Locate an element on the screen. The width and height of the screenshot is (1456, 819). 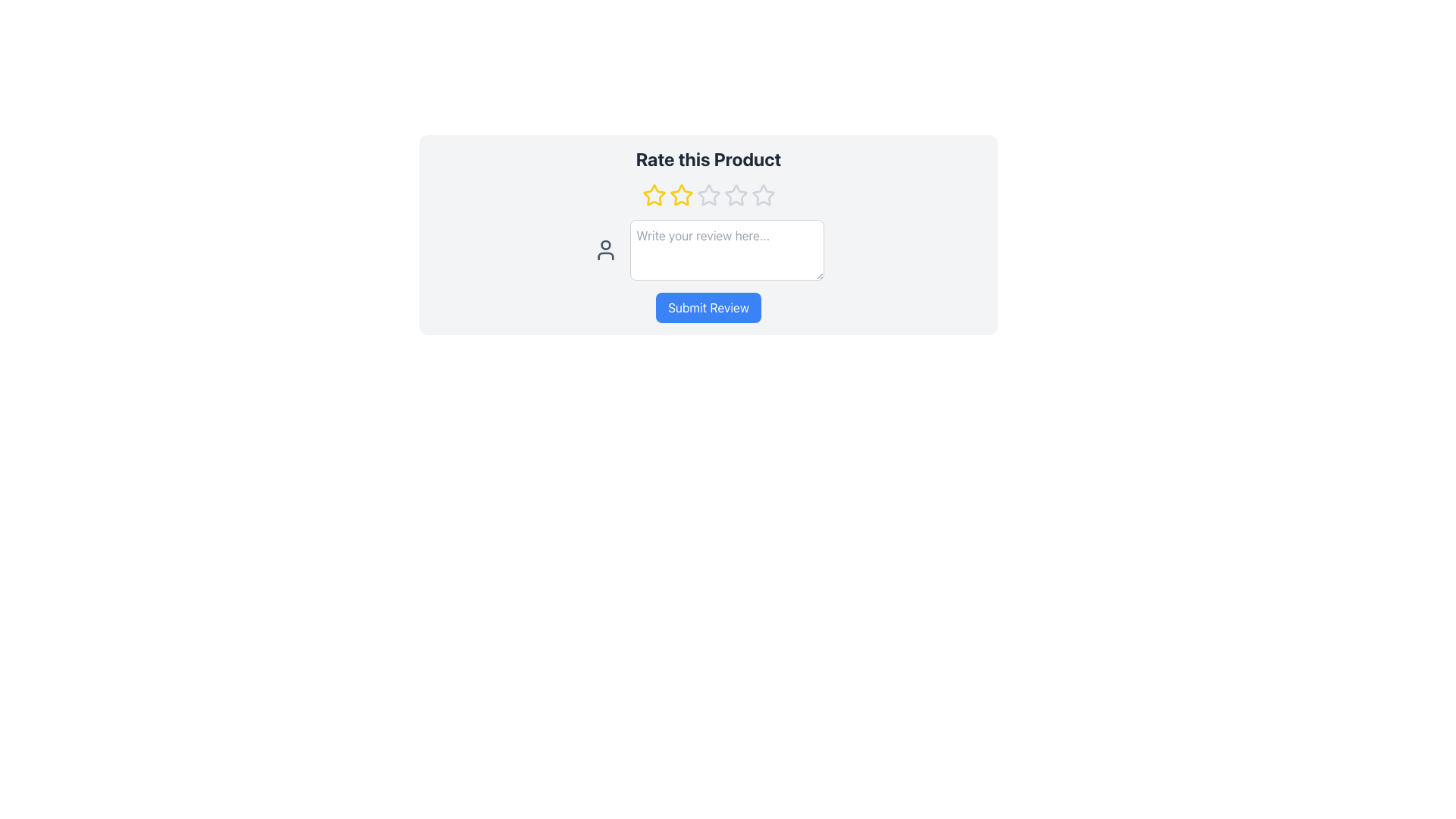
the sixth star icon in the horizontal layout is located at coordinates (763, 195).